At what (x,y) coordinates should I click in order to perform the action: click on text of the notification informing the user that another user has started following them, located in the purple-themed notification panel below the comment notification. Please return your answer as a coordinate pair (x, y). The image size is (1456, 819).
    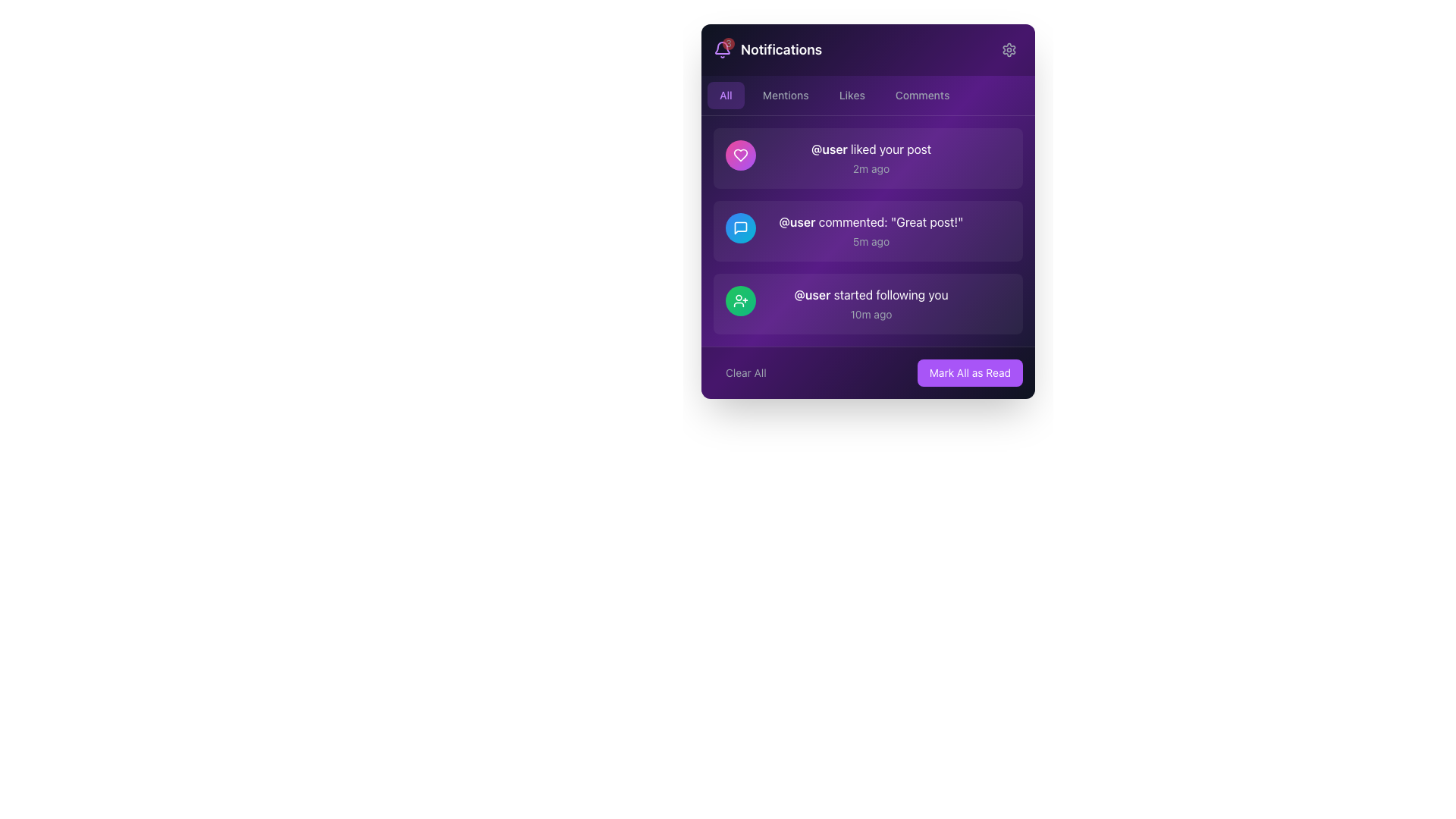
    Looking at the image, I should click on (871, 304).